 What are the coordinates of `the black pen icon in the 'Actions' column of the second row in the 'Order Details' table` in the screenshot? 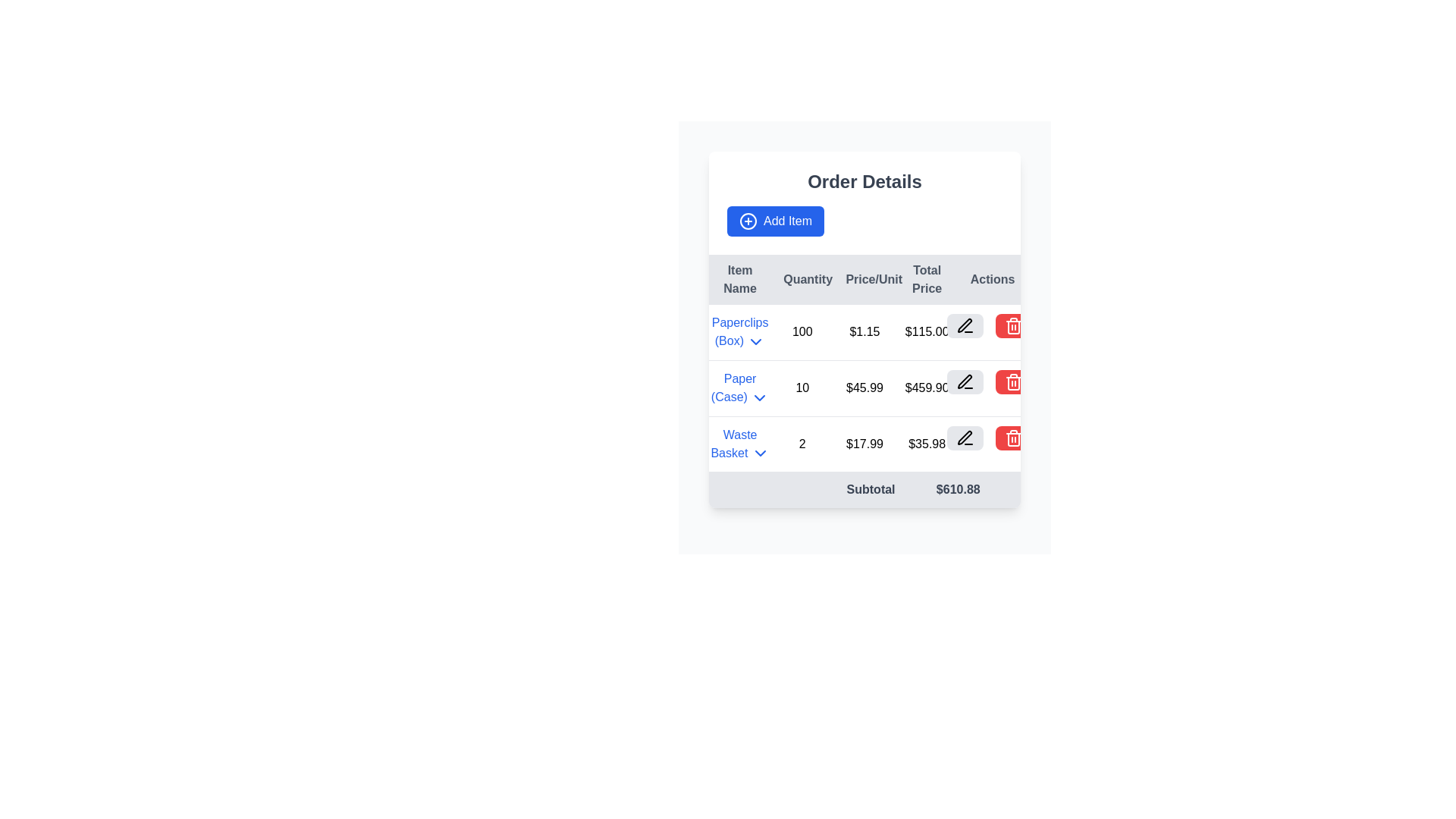 It's located at (964, 381).